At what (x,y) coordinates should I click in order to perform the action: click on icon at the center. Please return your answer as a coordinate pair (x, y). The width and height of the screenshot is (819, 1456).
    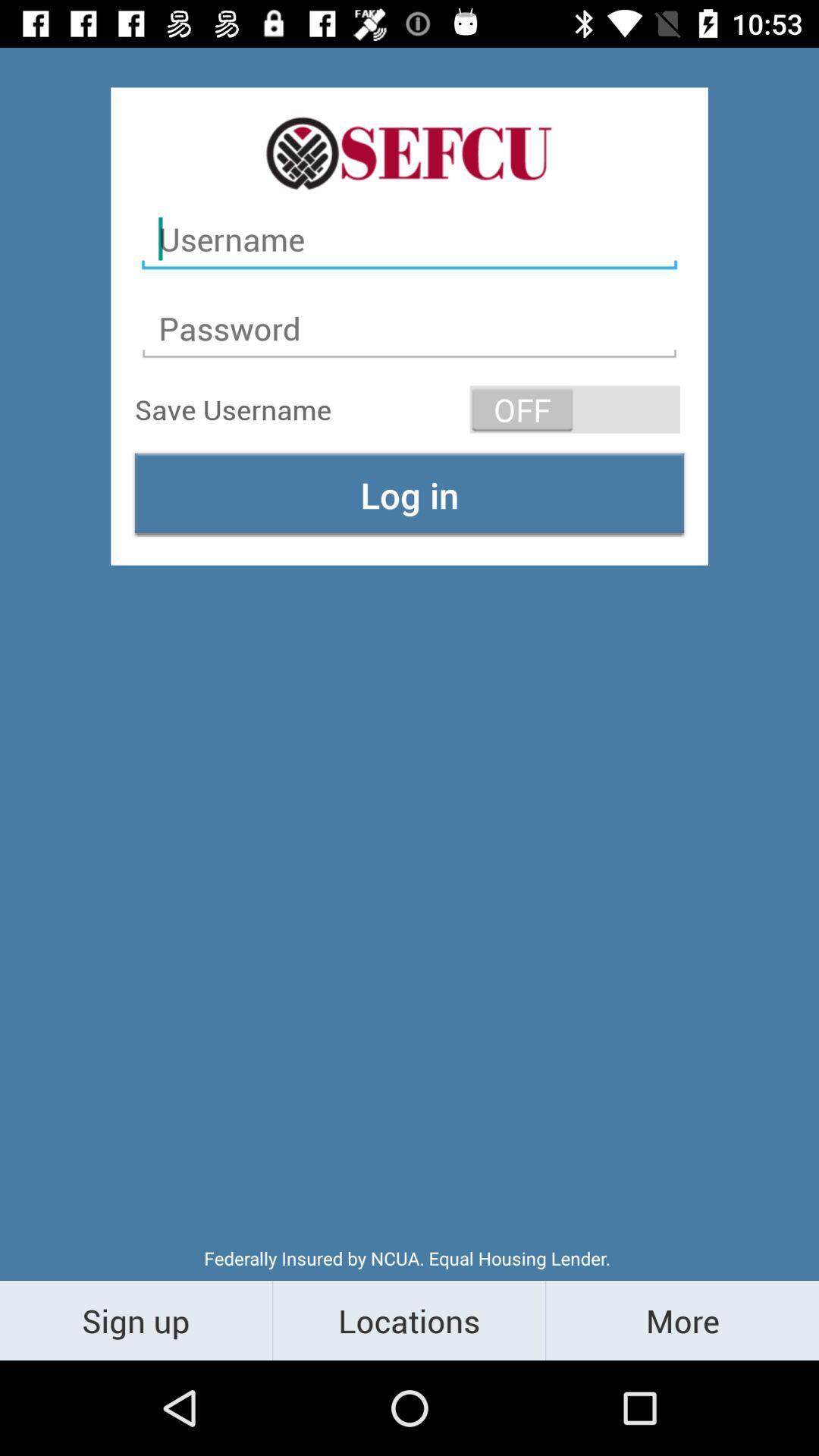
    Looking at the image, I should click on (409, 494).